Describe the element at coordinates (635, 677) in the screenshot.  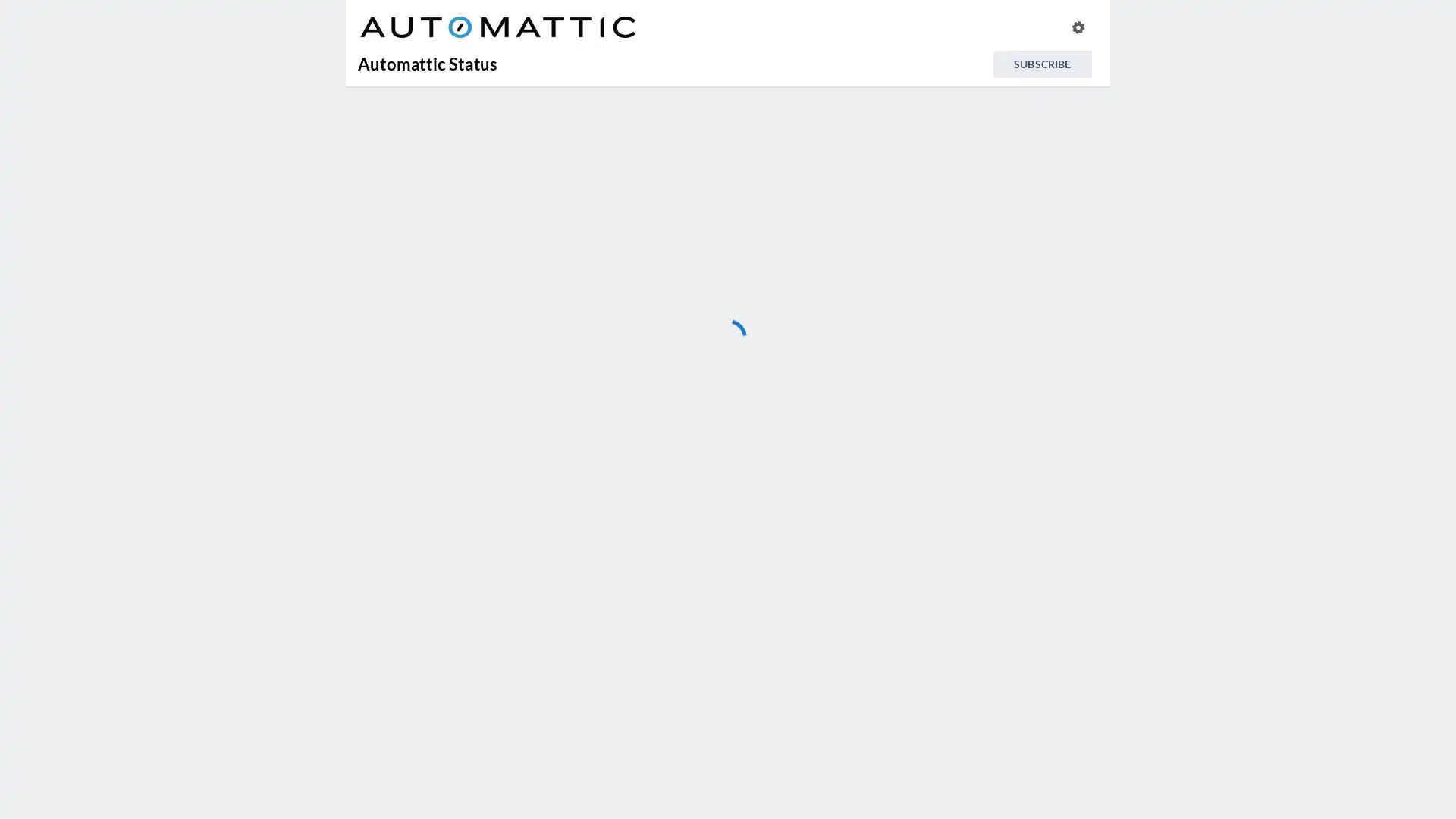
I see `Parse.ly Dashboard Response Time : 3.55 s` at that location.